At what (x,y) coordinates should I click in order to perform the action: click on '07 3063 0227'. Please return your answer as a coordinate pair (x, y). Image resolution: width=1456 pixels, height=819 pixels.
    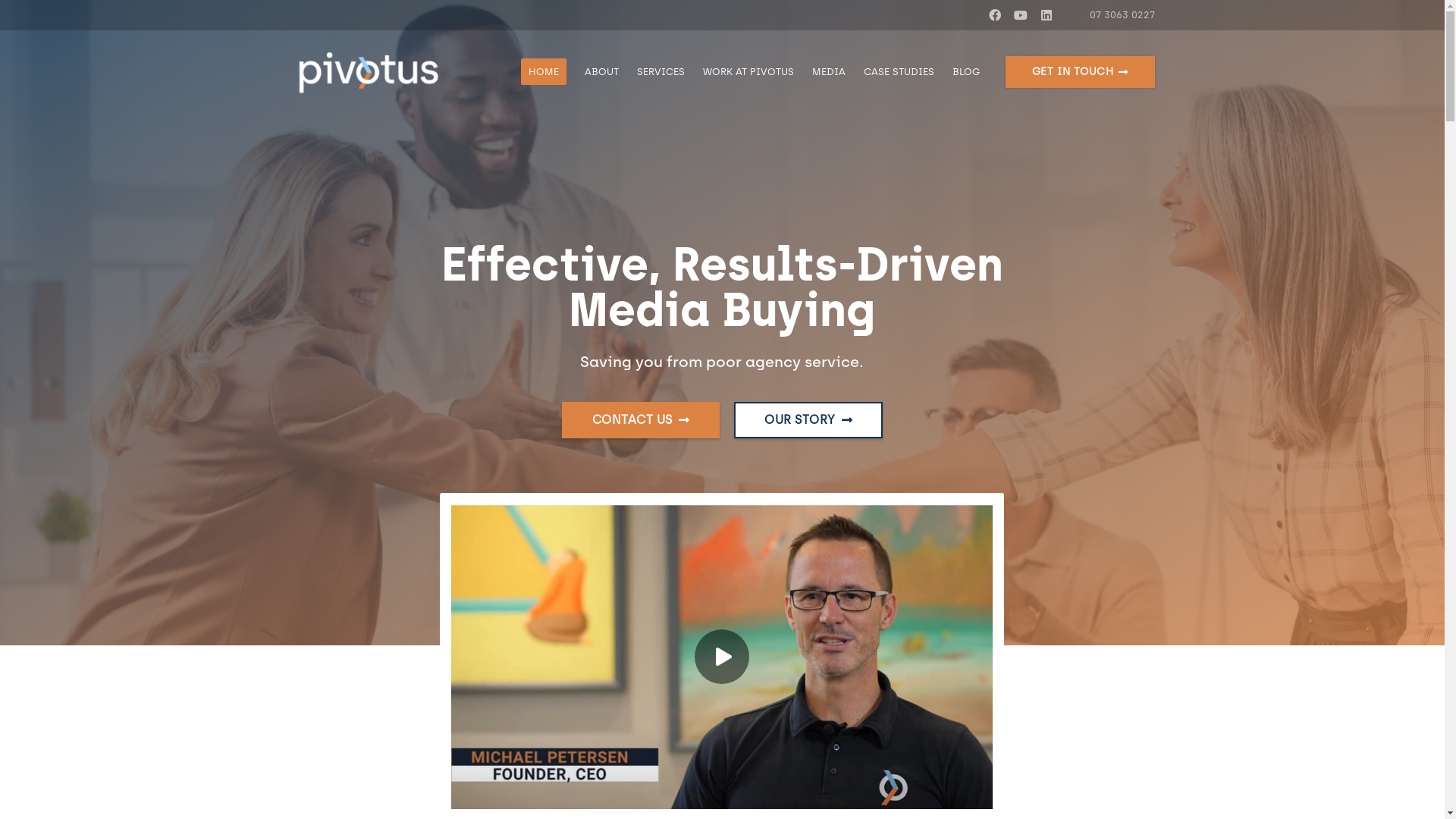
    Looking at the image, I should click on (1114, 14).